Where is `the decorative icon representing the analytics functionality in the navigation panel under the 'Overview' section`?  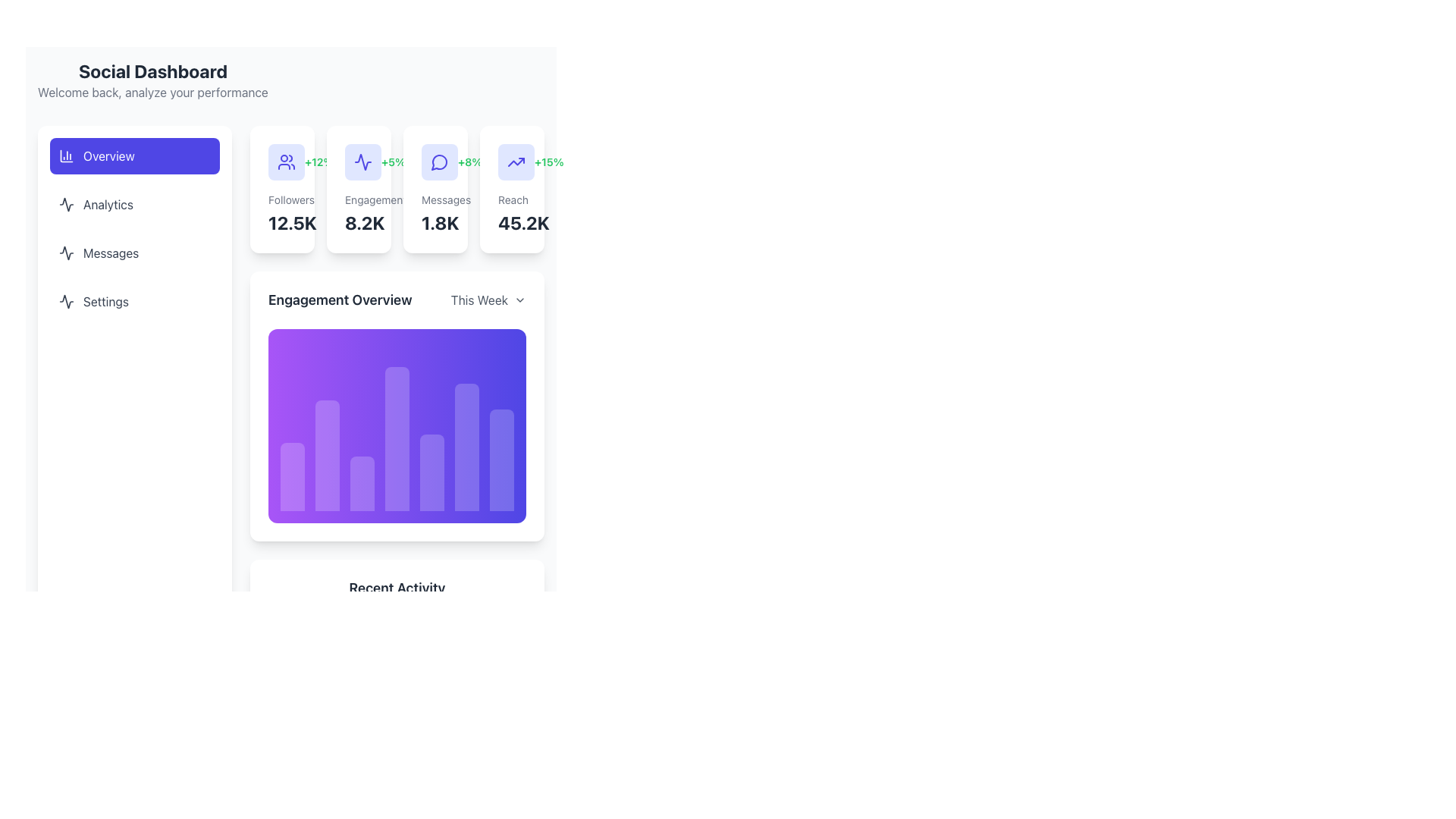 the decorative icon representing the analytics functionality in the navigation panel under the 'Overview' section is located at coordinates (65, 205).